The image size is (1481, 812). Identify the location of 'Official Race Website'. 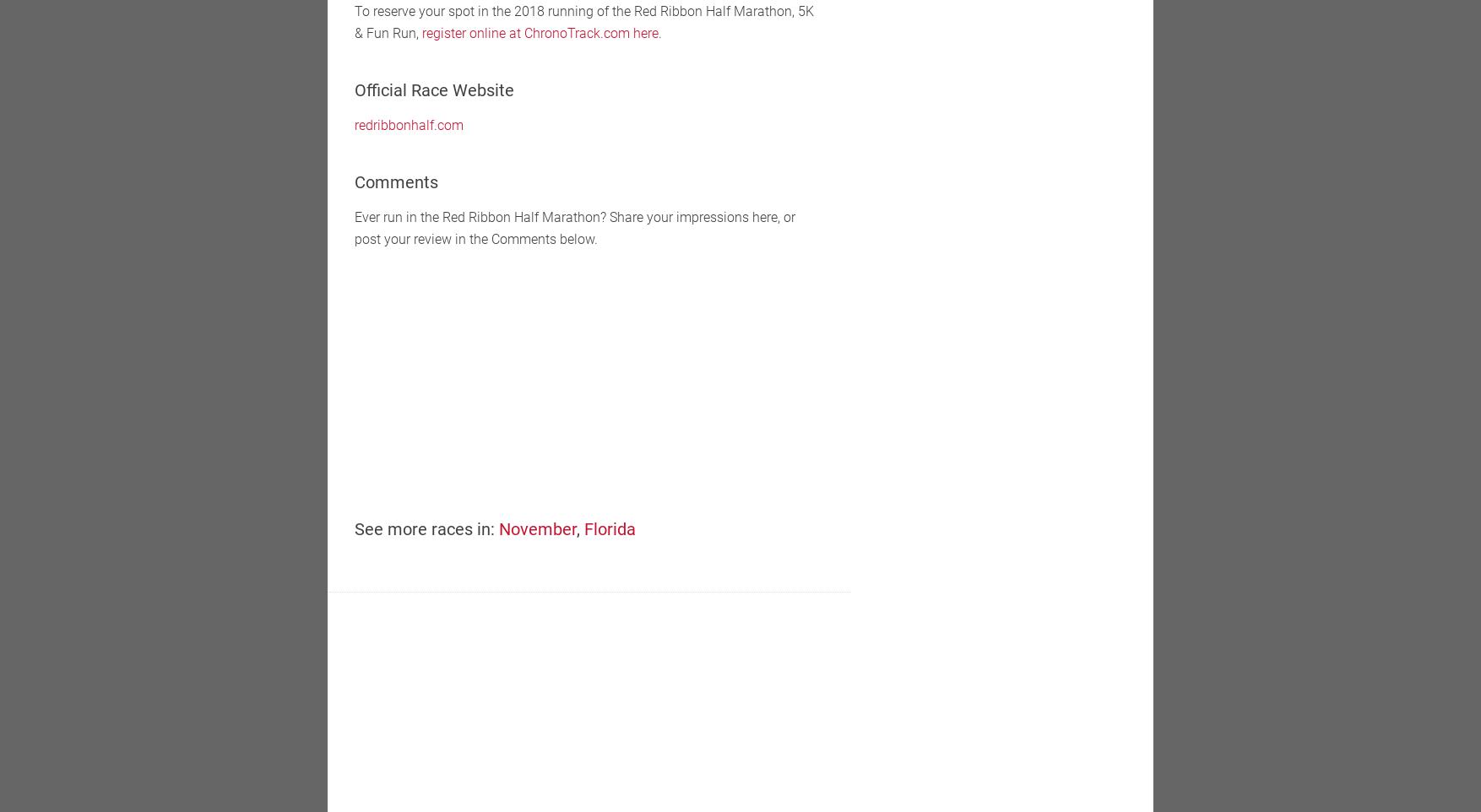
(433, 89).